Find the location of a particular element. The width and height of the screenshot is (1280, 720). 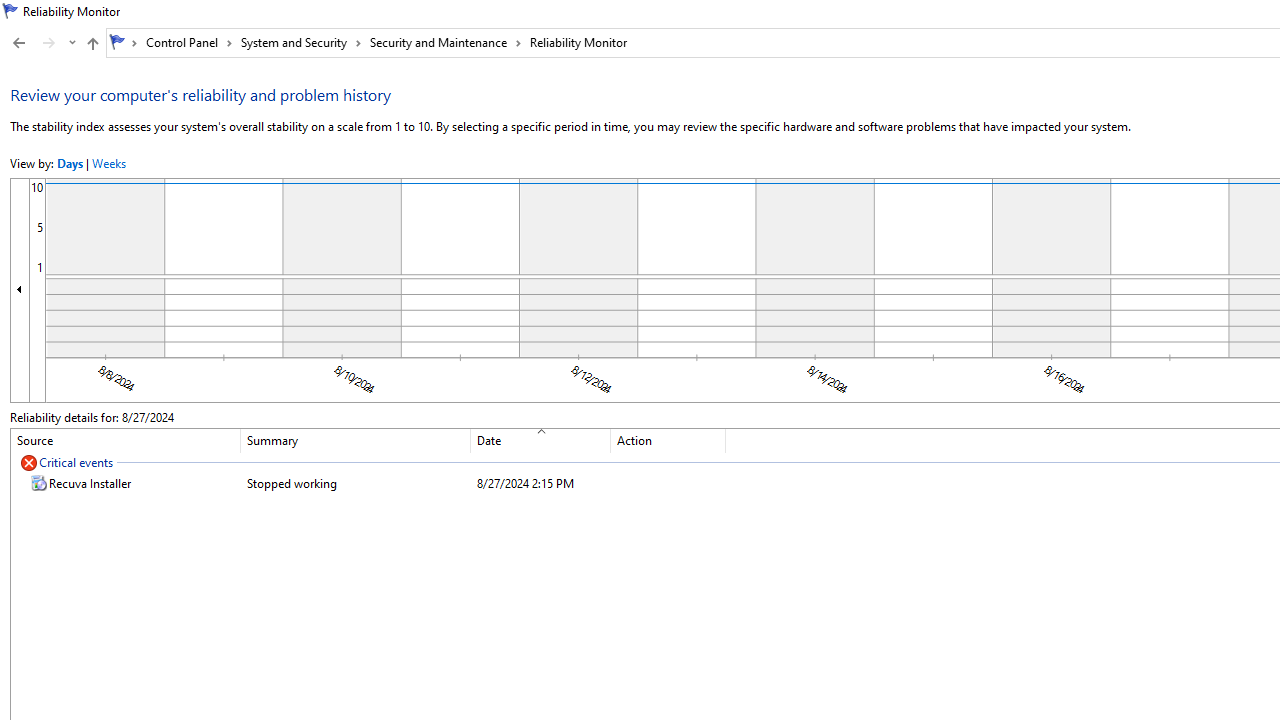

'Up band toolbar' is located at coordinates (91, 45).